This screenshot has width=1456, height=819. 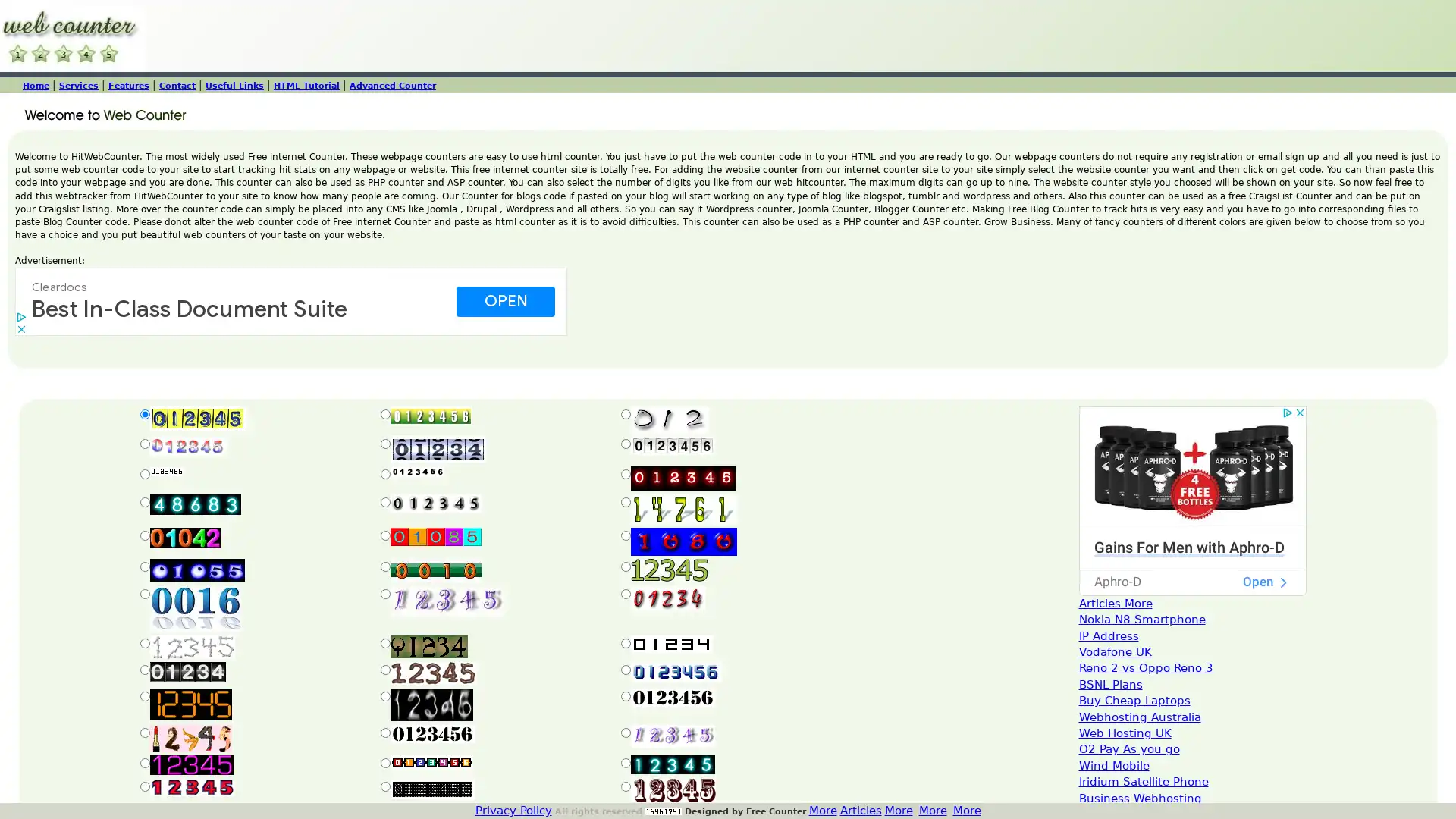 I want to click on Submit, so click(x=682, y=479).